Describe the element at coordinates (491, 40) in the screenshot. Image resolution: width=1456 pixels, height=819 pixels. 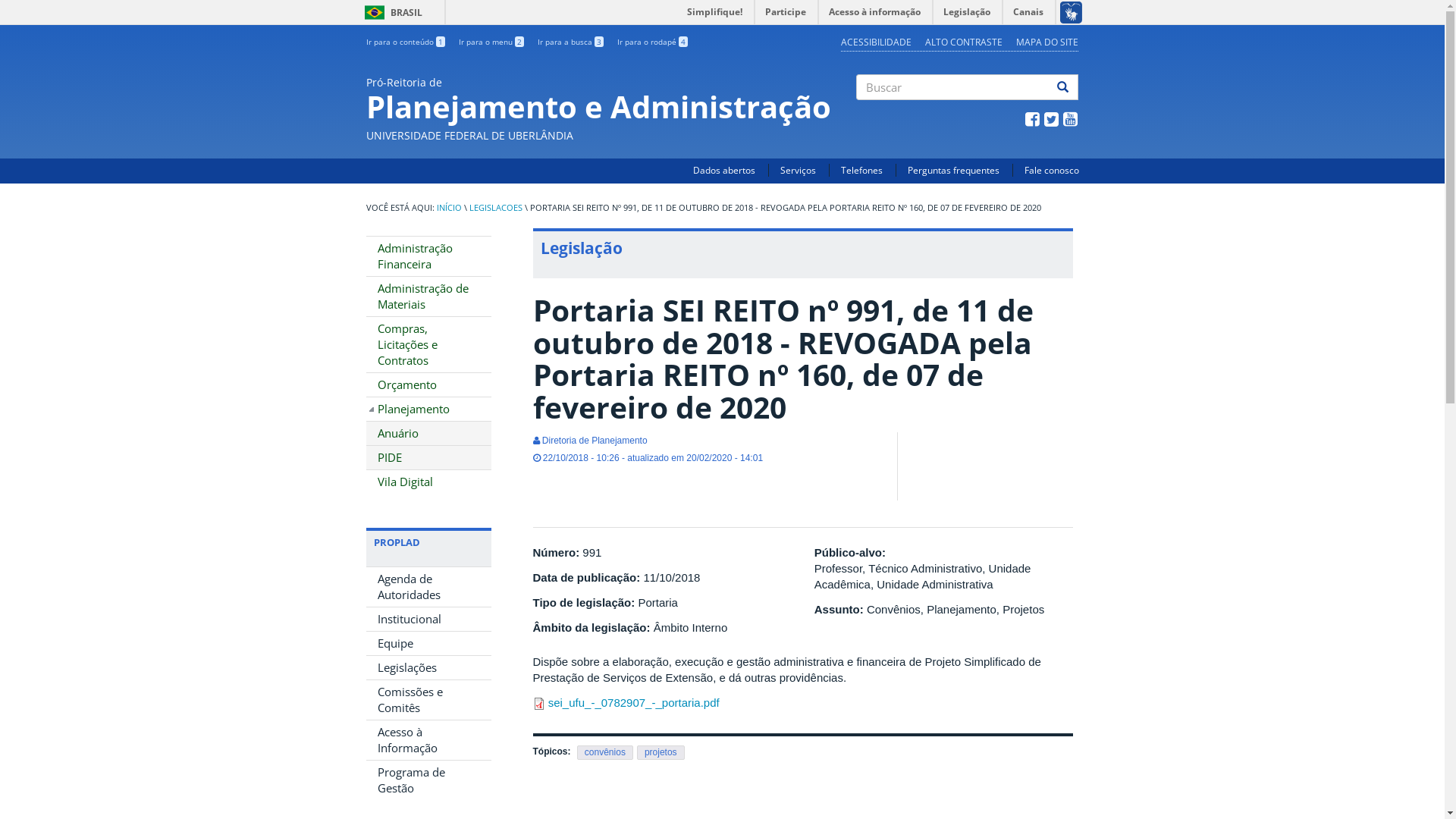
I see `'Ir para o menu 2'` at that location.